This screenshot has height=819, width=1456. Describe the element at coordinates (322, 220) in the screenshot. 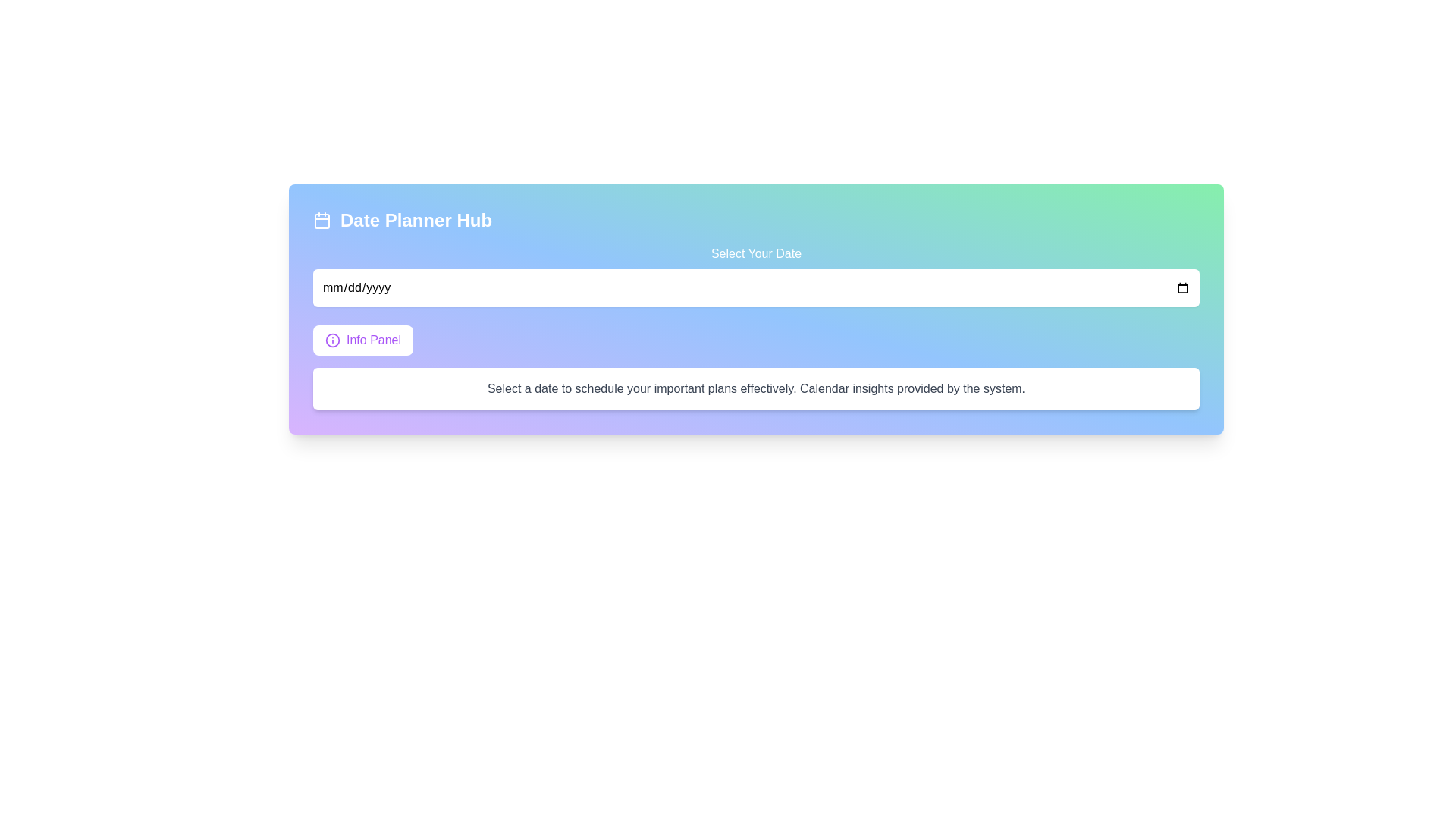

I see `the calendar icon located to the left of the text 'Date Planner Hub'` at that location.